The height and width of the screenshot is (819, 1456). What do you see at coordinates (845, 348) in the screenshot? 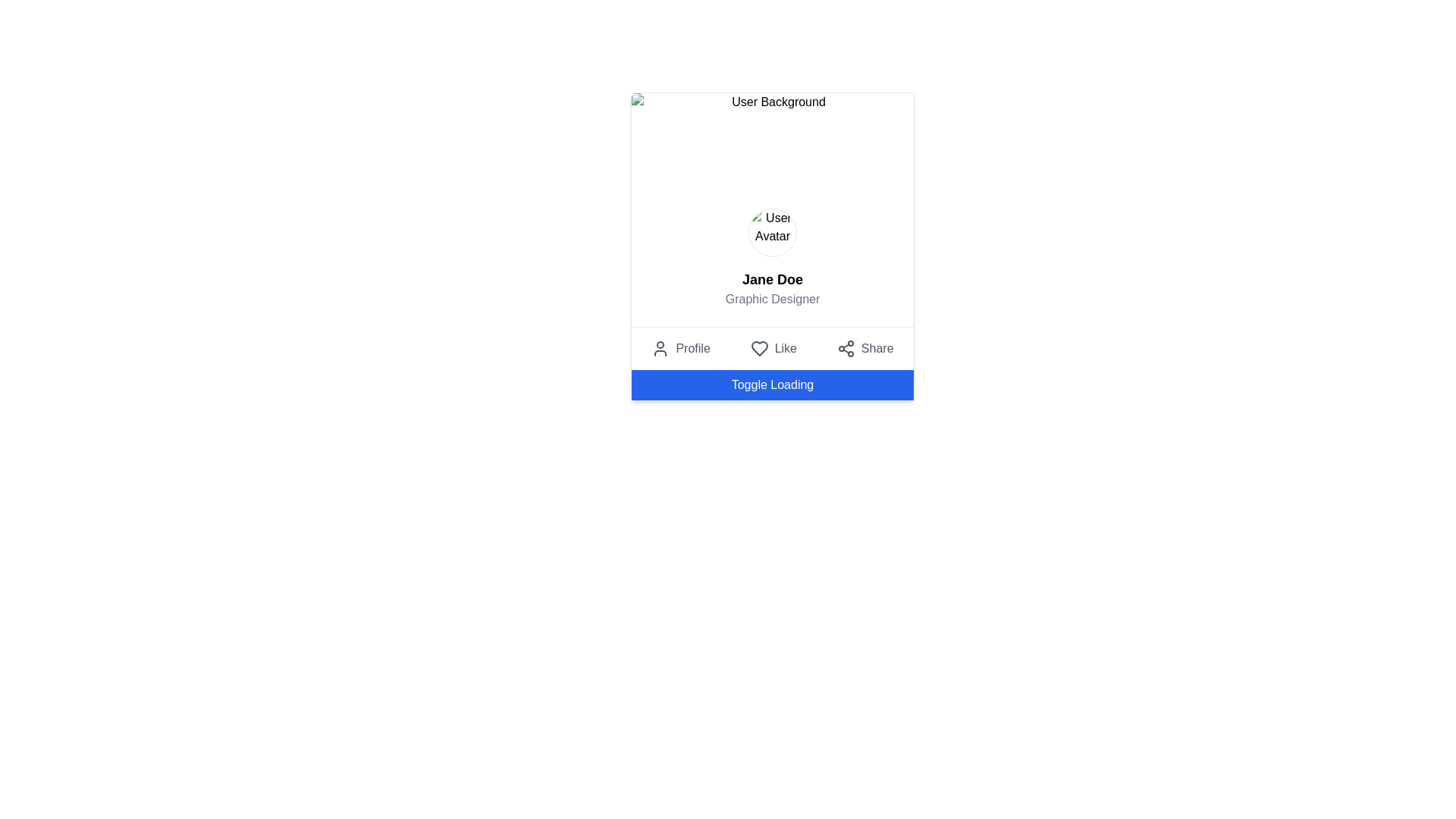
I see `the minimalist share icon button located at the bottom right corner of the UI card` at bounding box center [845, 348].